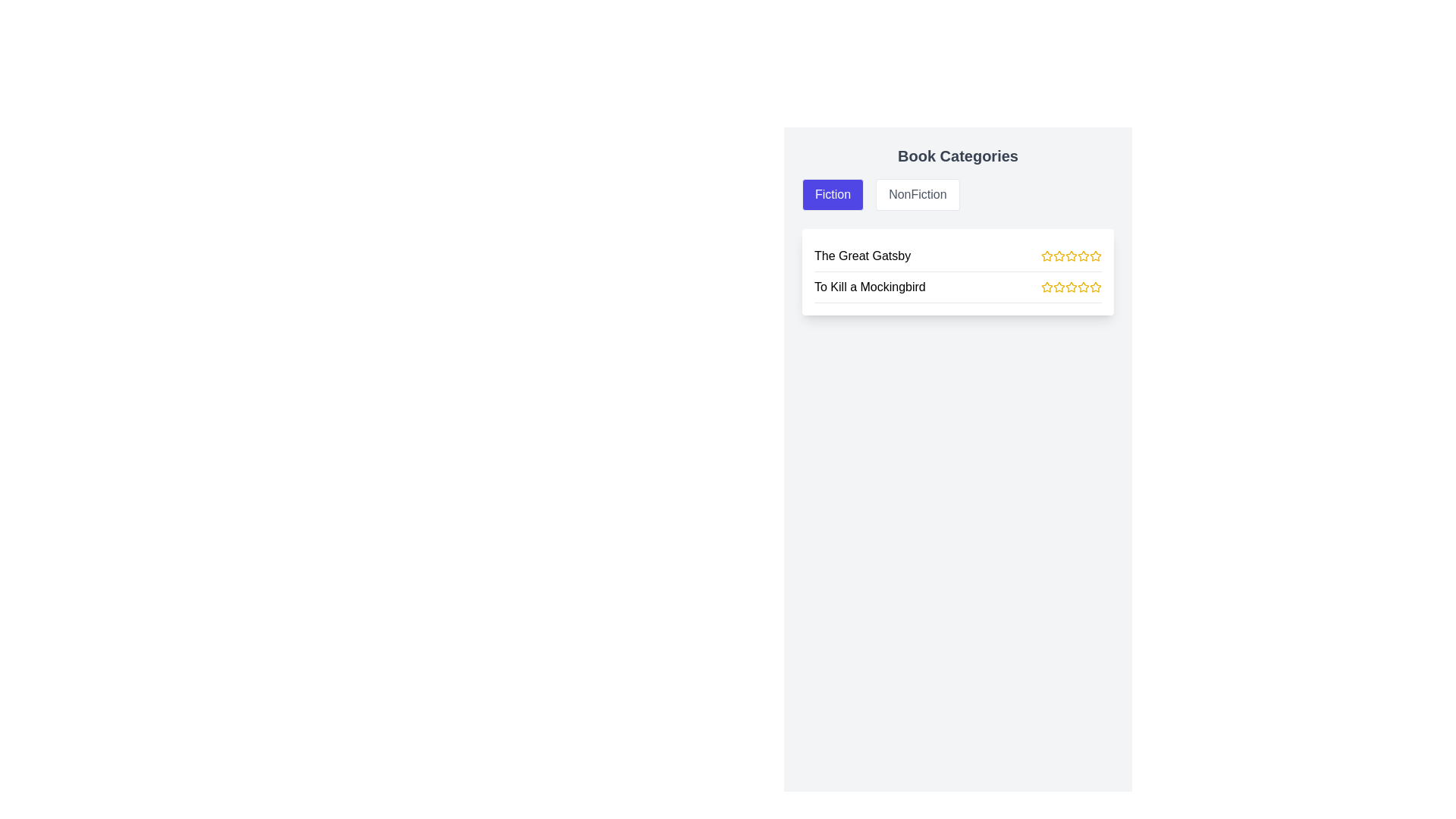 The width and height of the screenshot is (1456, 819). What do you see at coordinates (1070, 287) in the screenshot?
I see `the fourth yellow star-shaped rating icon associated with 'To Kill a Mockingbird' in the book list to enable interaction` at bounding box center [1070, 287].